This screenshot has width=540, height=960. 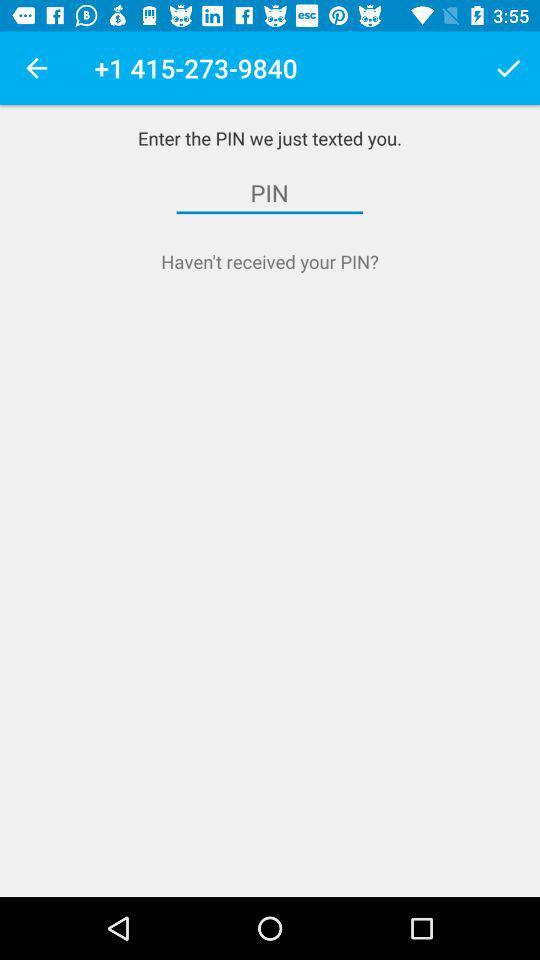 What do you see at coordinates (508, 68) in the screenshot?
I see `the item to the right of the 1 415 273 icon` at bounding box center [508, 68].